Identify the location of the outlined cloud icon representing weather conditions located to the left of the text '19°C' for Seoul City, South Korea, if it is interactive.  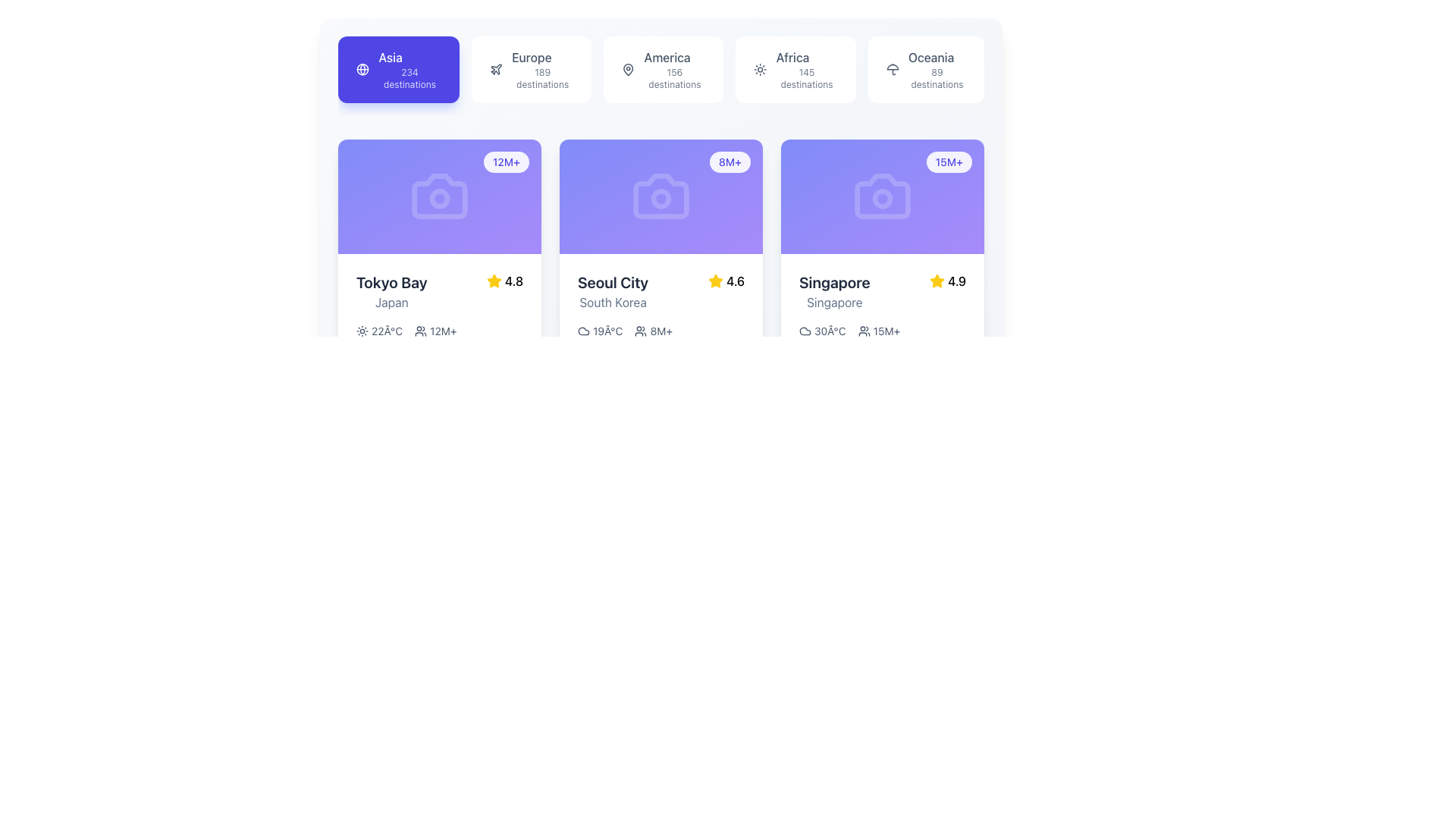
(582, 329).